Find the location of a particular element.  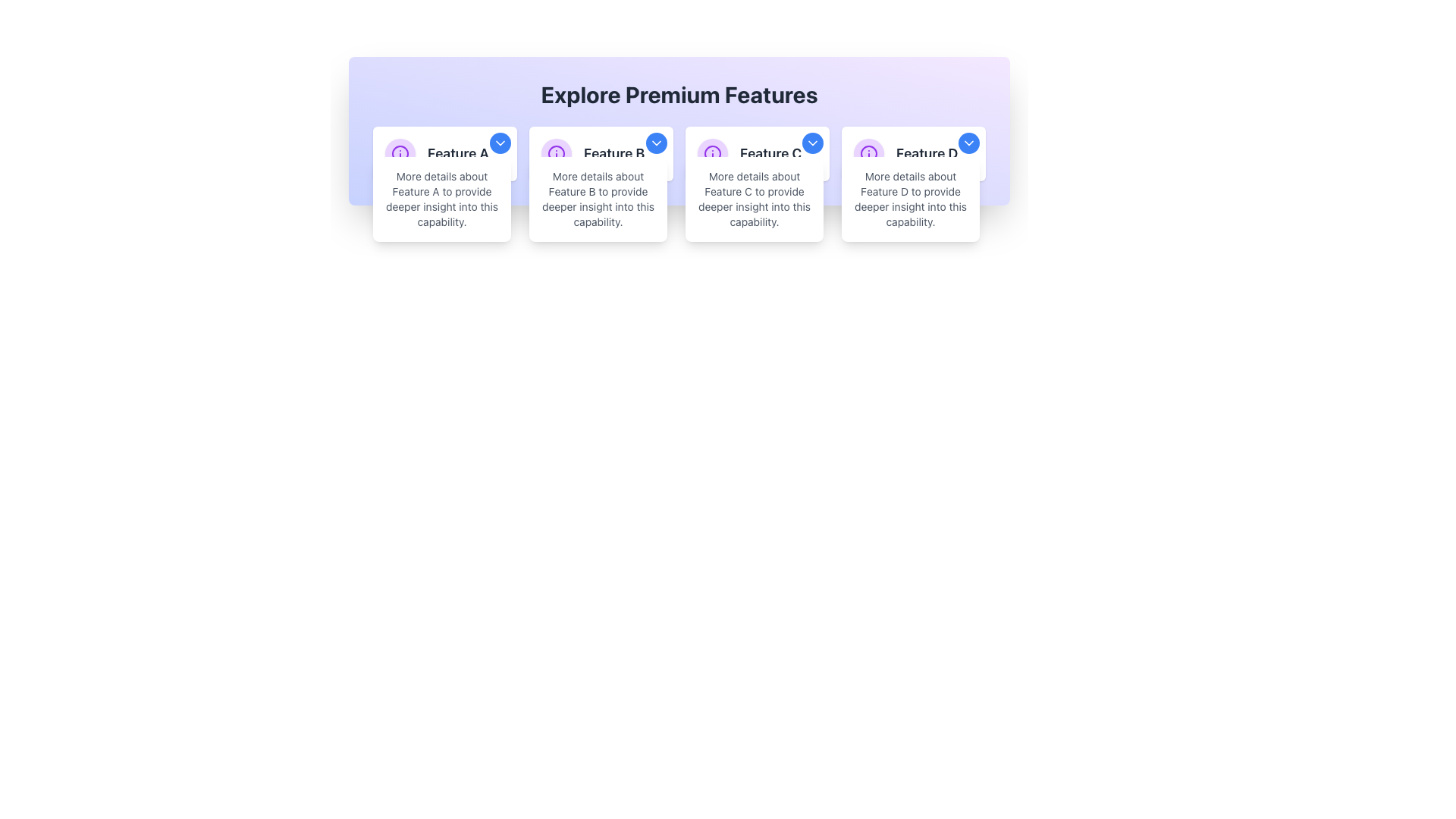

the circular icon with a purple background and an information symbol located in the 'Feature B' card, positioned near the top left corner above the text 'Feature B' is located at coordinates (556, 154).